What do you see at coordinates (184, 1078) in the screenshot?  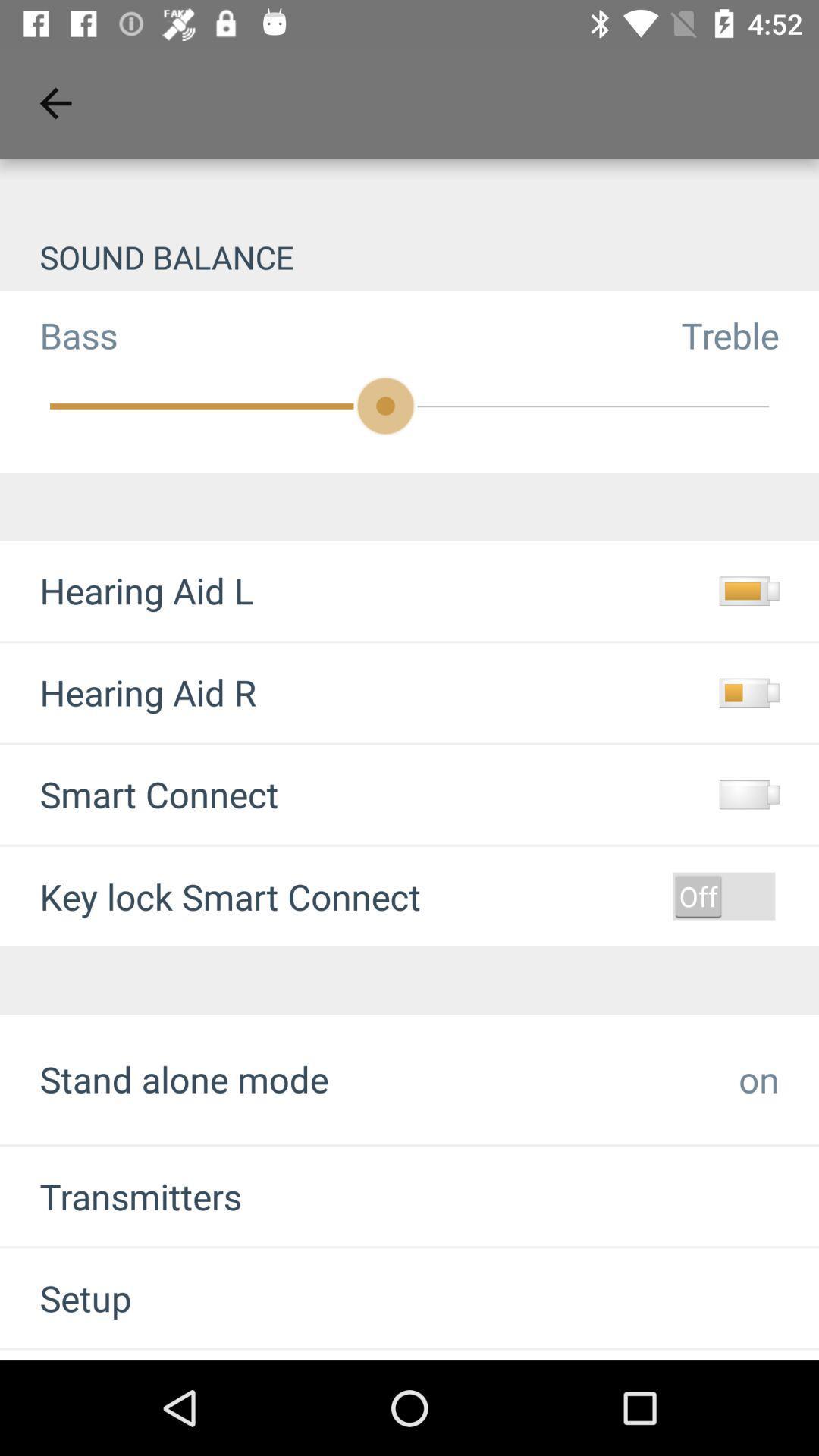 I see `stand alone mode` at bounding box center [184, 1078].